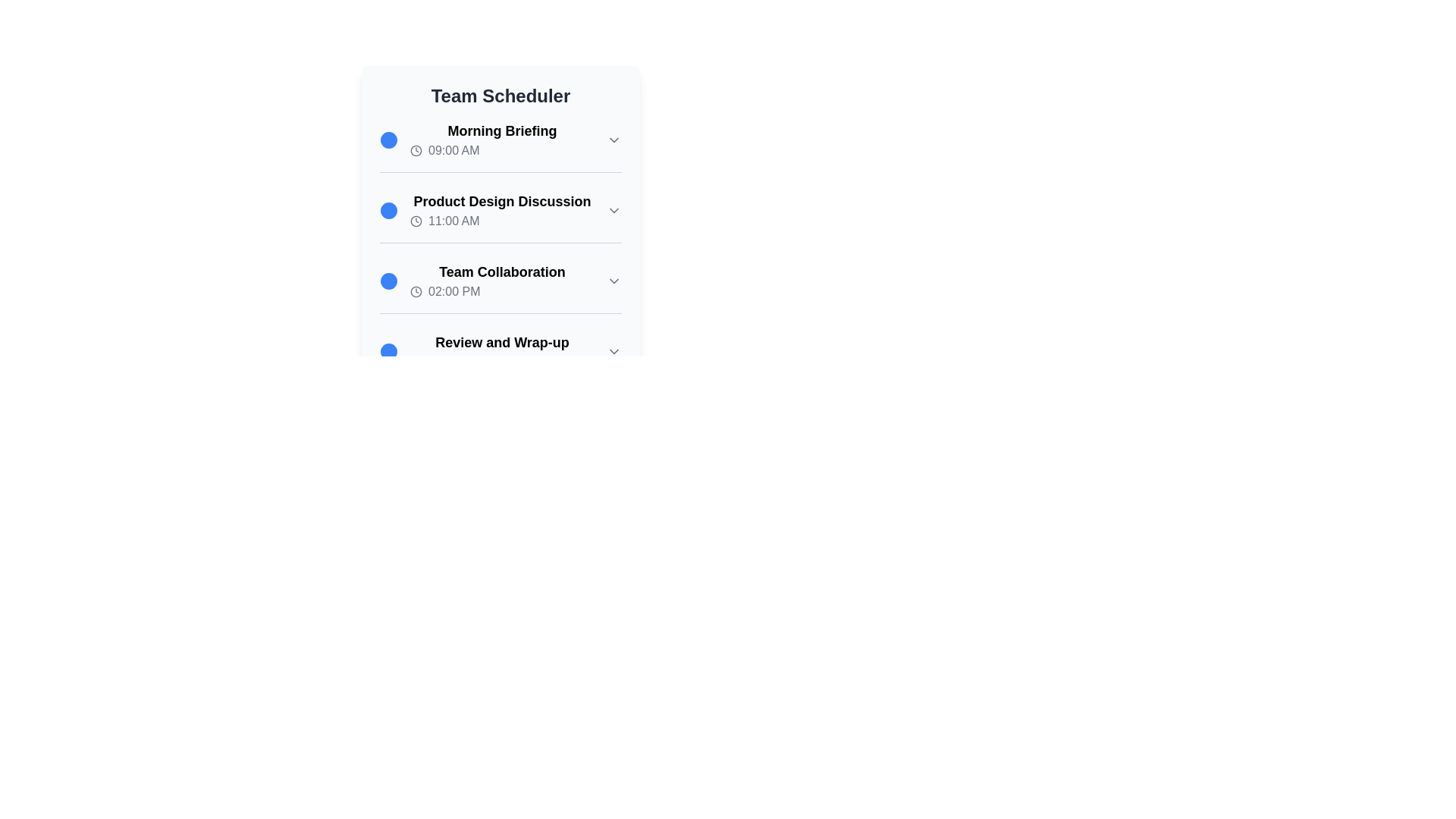  Describe the element at coordinates (500, 201) in the screenshot. I see `the schedule overview modal component located at the center-top of the interface` at that location.